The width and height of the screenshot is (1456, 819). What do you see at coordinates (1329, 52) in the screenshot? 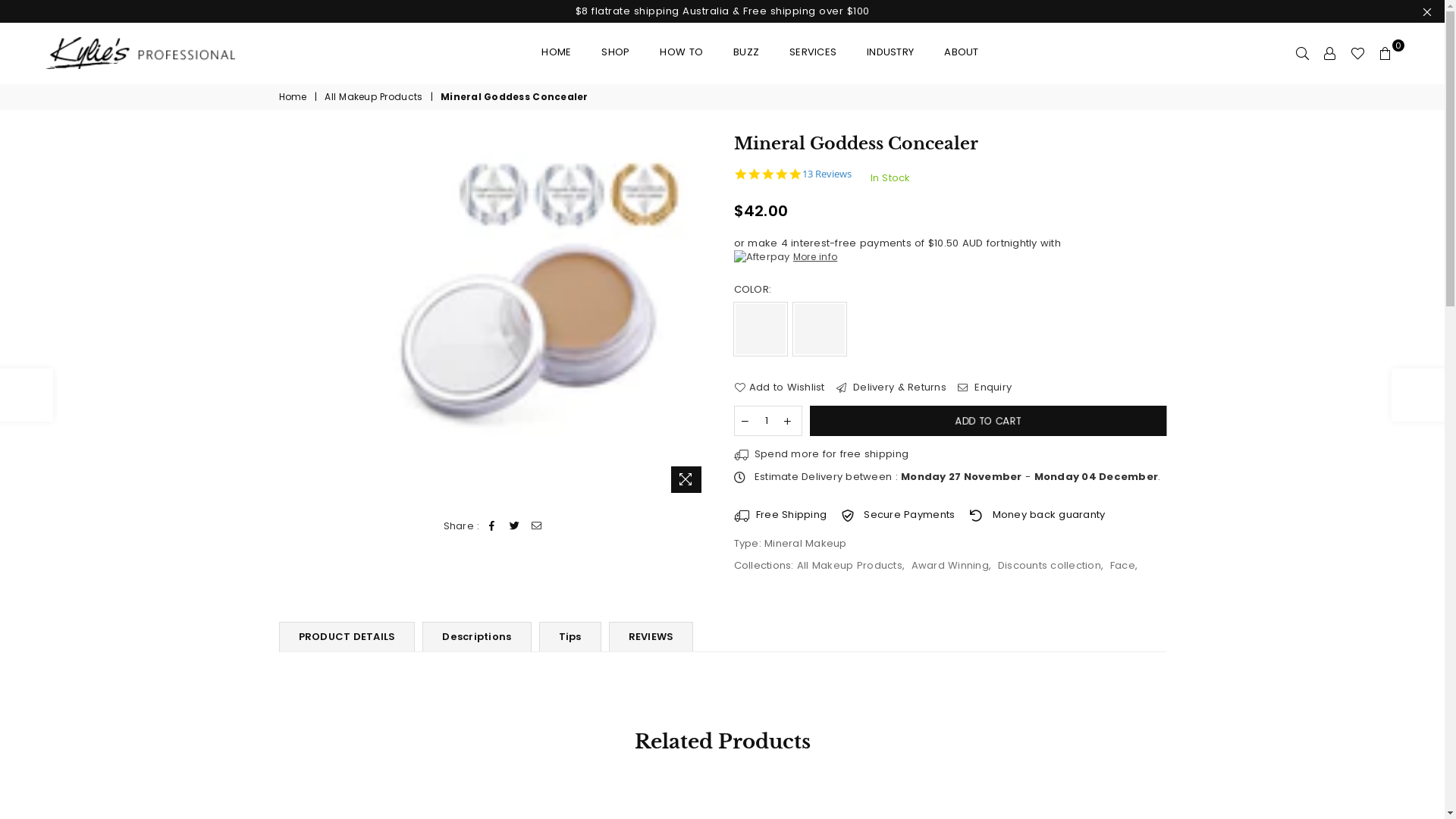
I see `'My Account'` at bounding box center [1329, 52].